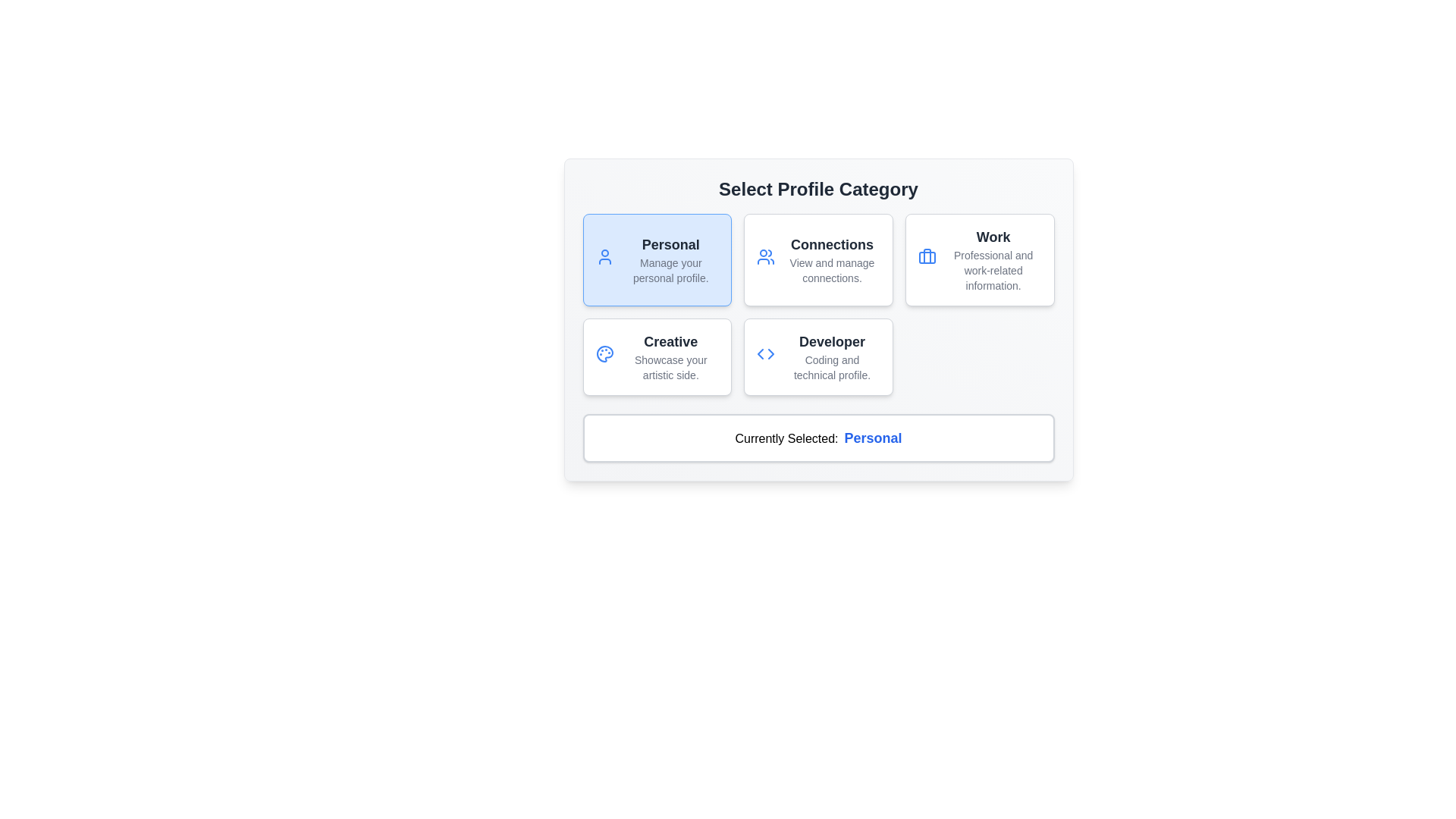 The image size is (1456, 819). What do you see at coordinates (670, 368) in the screenshot?
I see `the text label reading 'Showcase your artistic side.'` at bounding box center [670, 368].